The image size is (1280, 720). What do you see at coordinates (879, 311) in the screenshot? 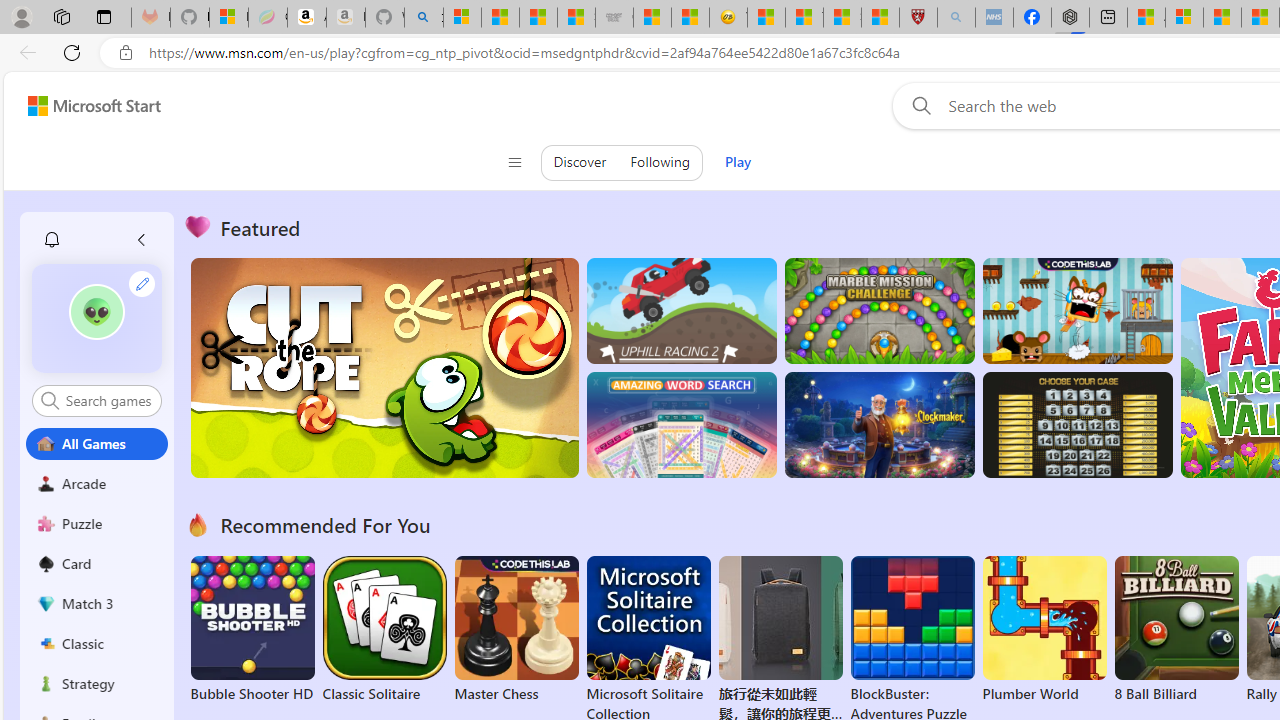
I see `'Marble Mission : Challenge'` at bounding box center [879, 311].